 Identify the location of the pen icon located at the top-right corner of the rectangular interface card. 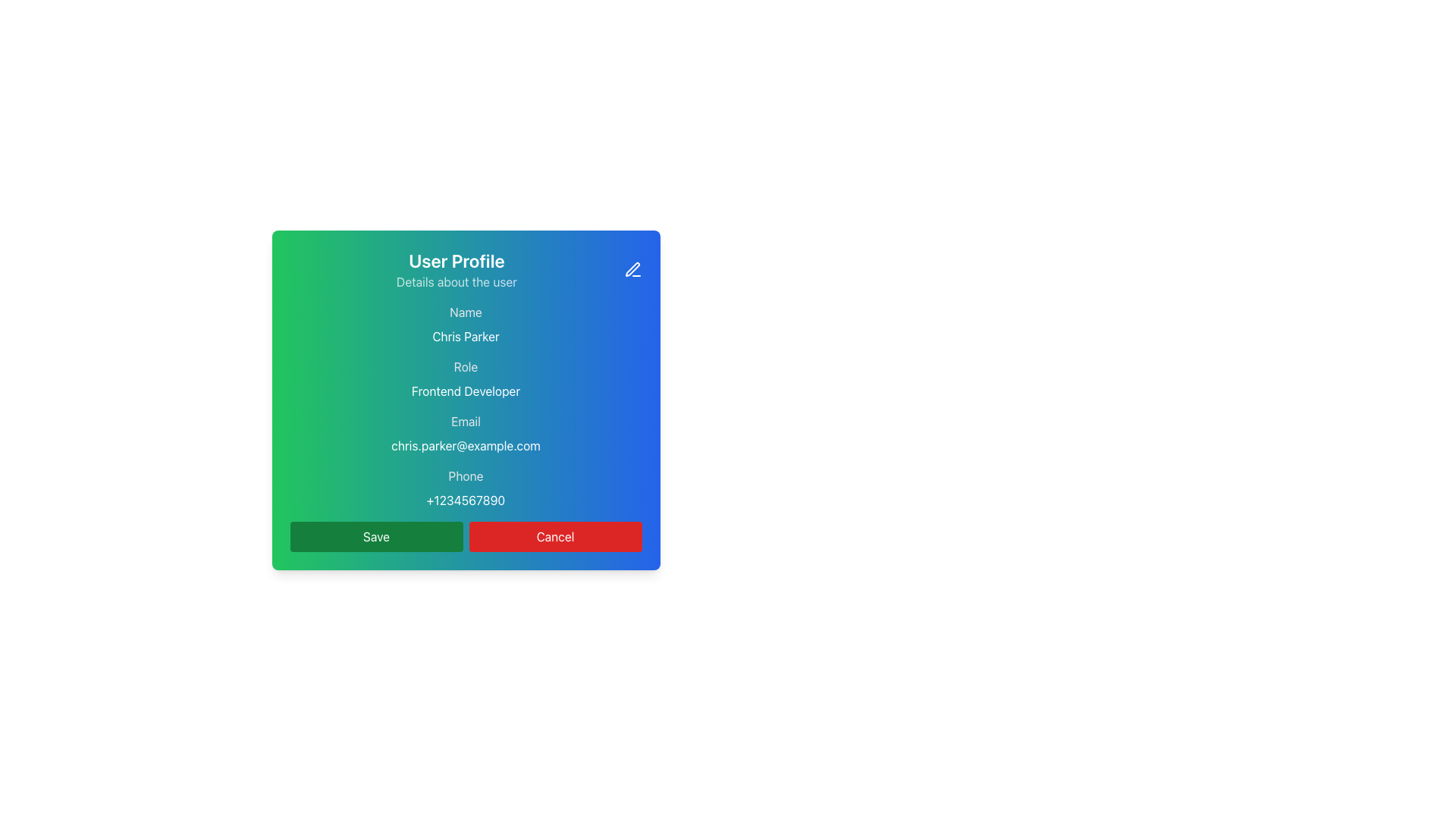
(632, 268).